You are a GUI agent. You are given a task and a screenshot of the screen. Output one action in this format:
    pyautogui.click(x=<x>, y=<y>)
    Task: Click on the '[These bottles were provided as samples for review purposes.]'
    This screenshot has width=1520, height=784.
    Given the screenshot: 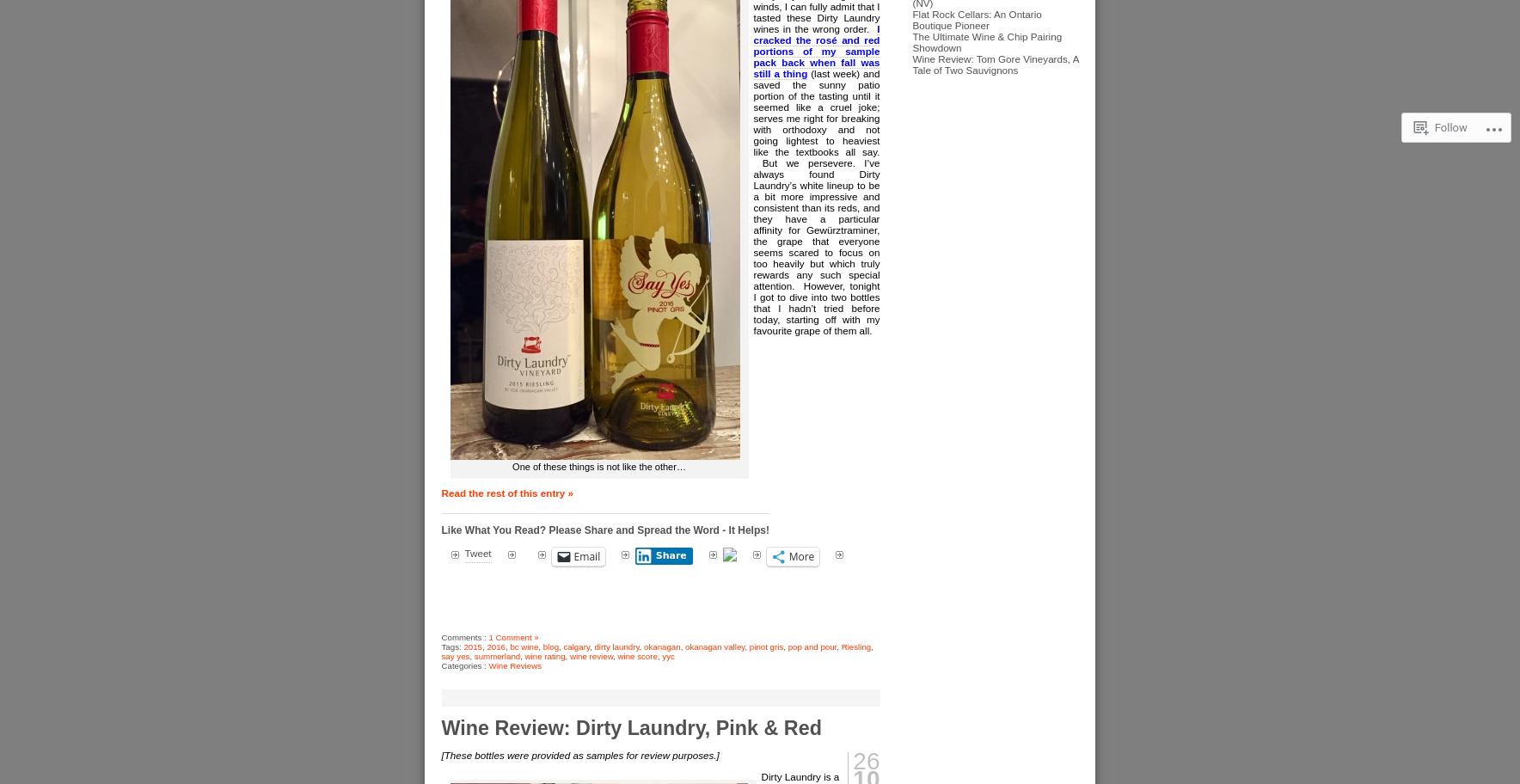 What is the action you would take?
    pyautogui.click(x=440, y=754)
    